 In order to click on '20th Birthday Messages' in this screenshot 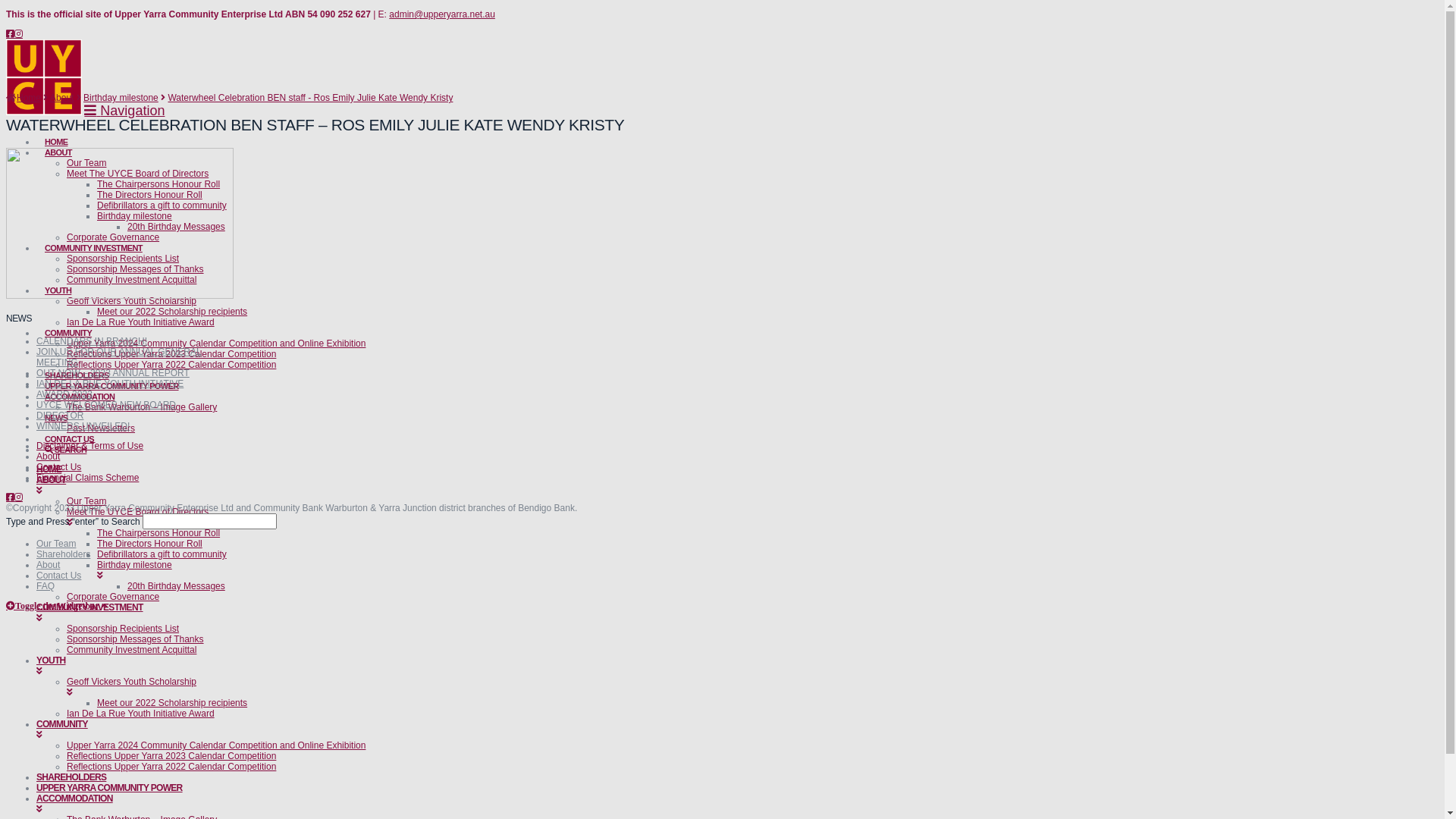, I will do `click(176, 227)`.